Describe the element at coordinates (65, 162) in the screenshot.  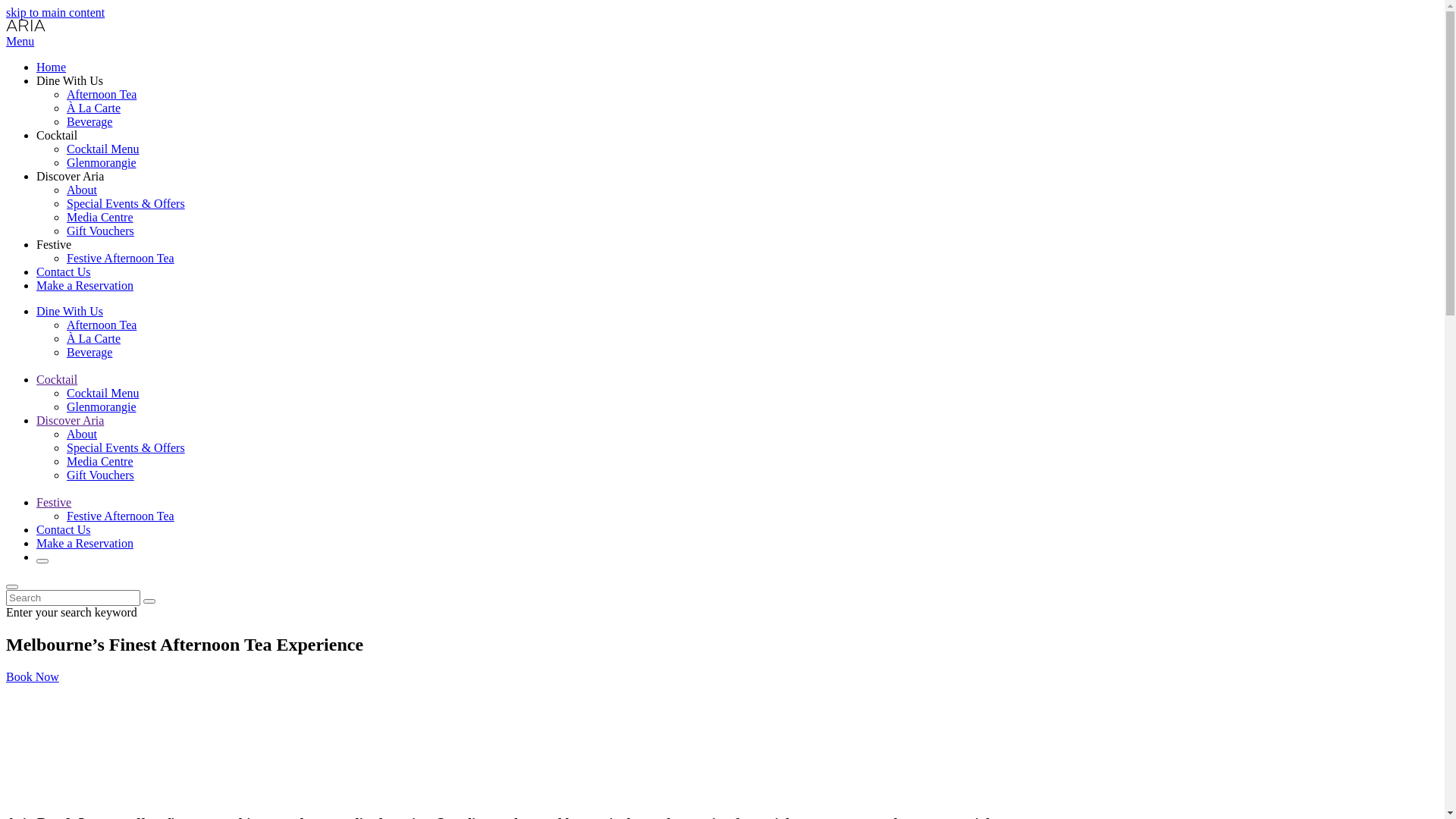
I see `'Glenmorangie'` at that location.